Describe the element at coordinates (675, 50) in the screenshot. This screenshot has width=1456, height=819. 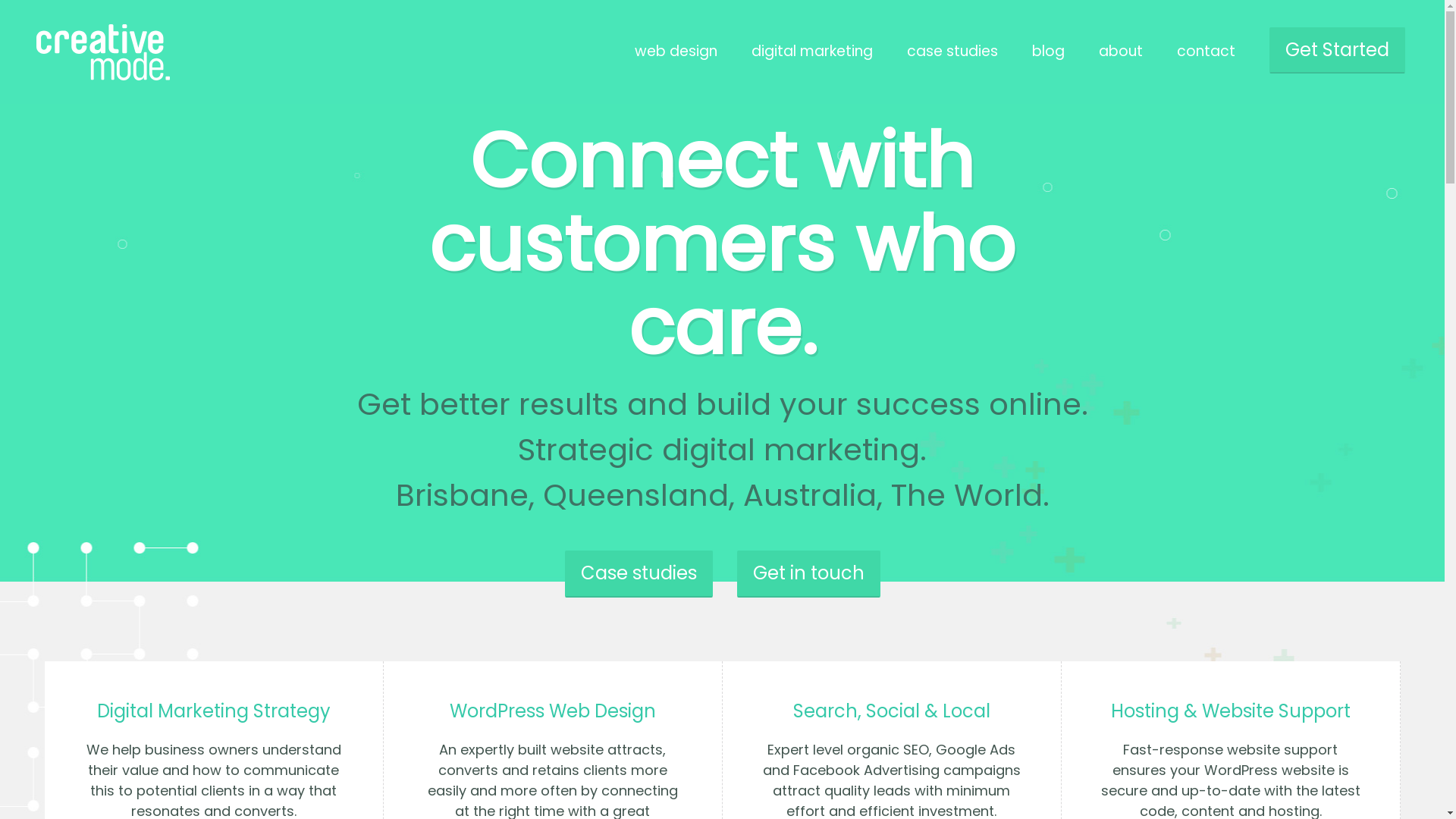
I see `'web design'` at that location.